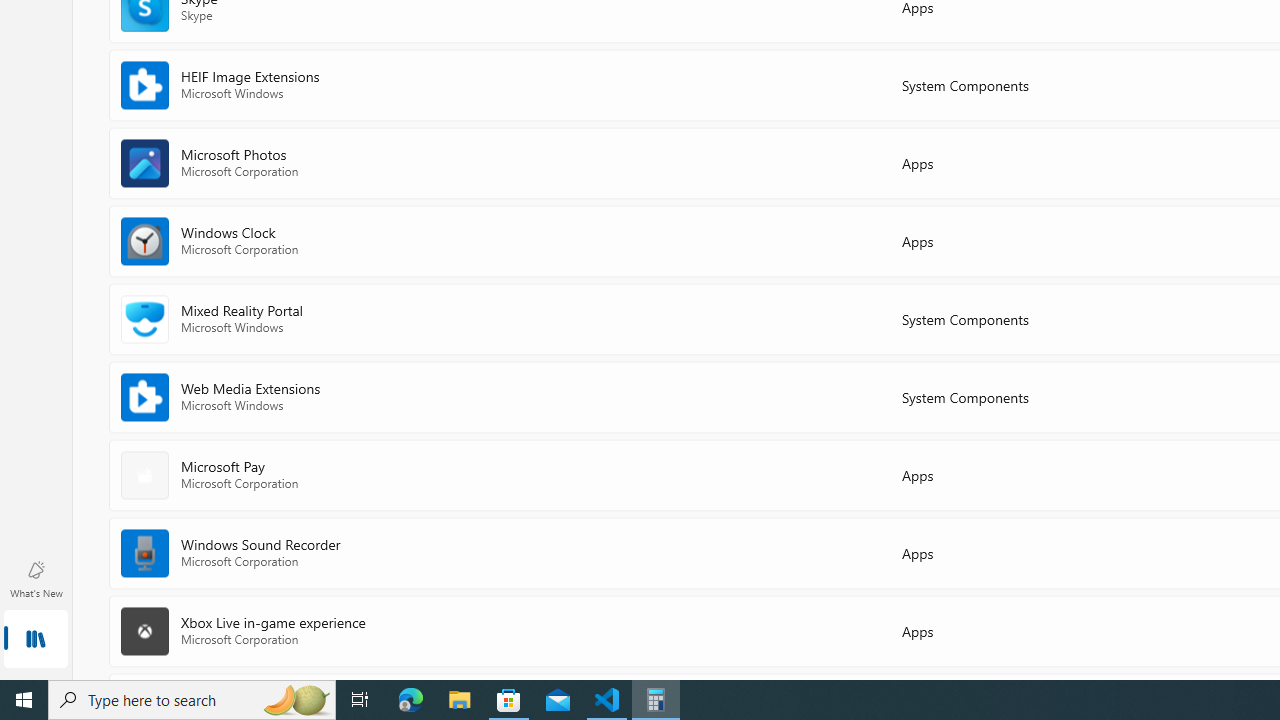 This screenshot has height=720, width=1280. I want to click on 'What', so click(35, 578).